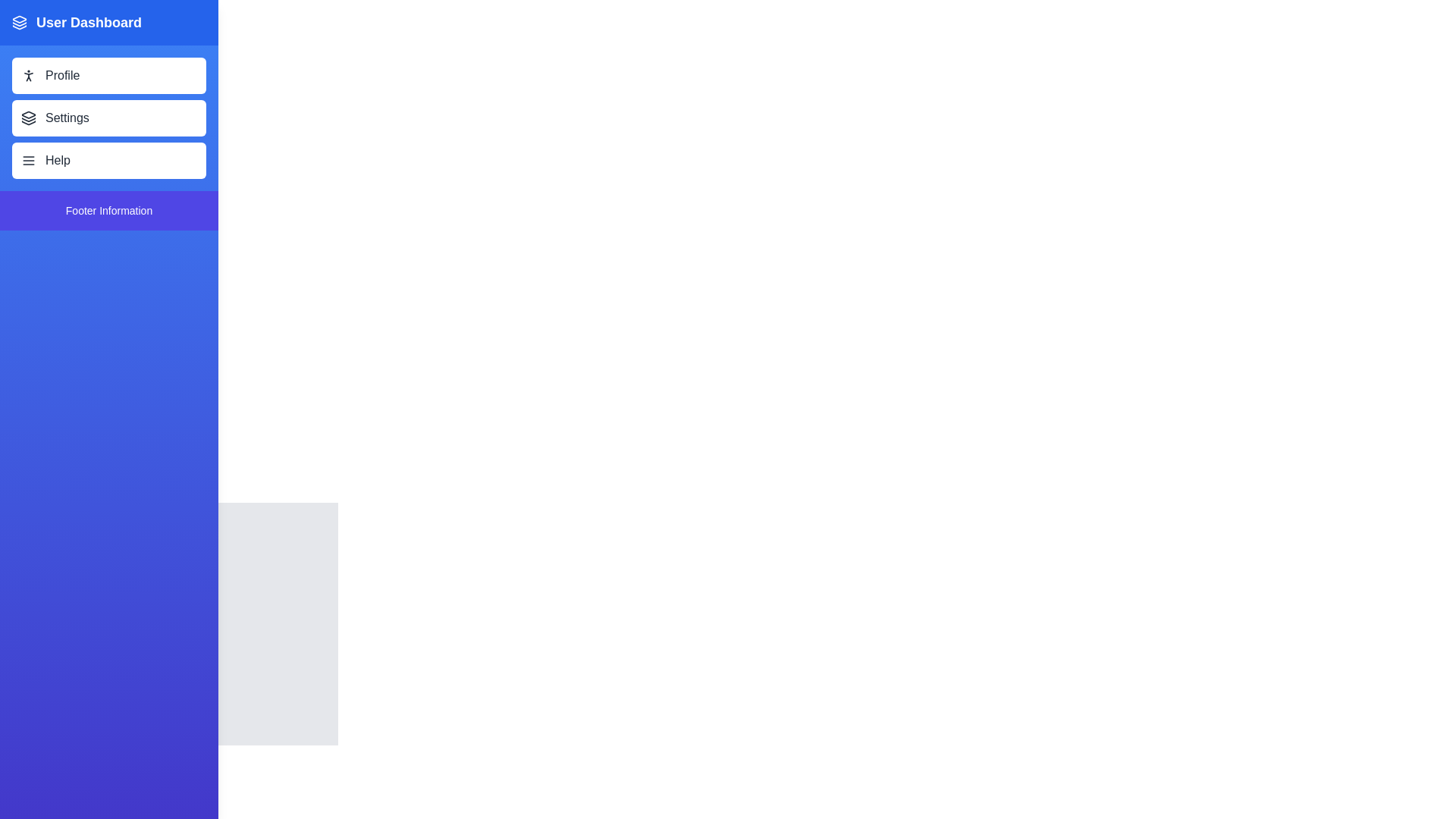 This screenshot has height=819, width=1456. Describe the element at coordinates (29, 122) in the screenshot. I see `the decorative vector graphic element that resembles the bottom layer of a stack icon, located to the left of the 'Settings' menu item in the vertical navigation bar` at that location.